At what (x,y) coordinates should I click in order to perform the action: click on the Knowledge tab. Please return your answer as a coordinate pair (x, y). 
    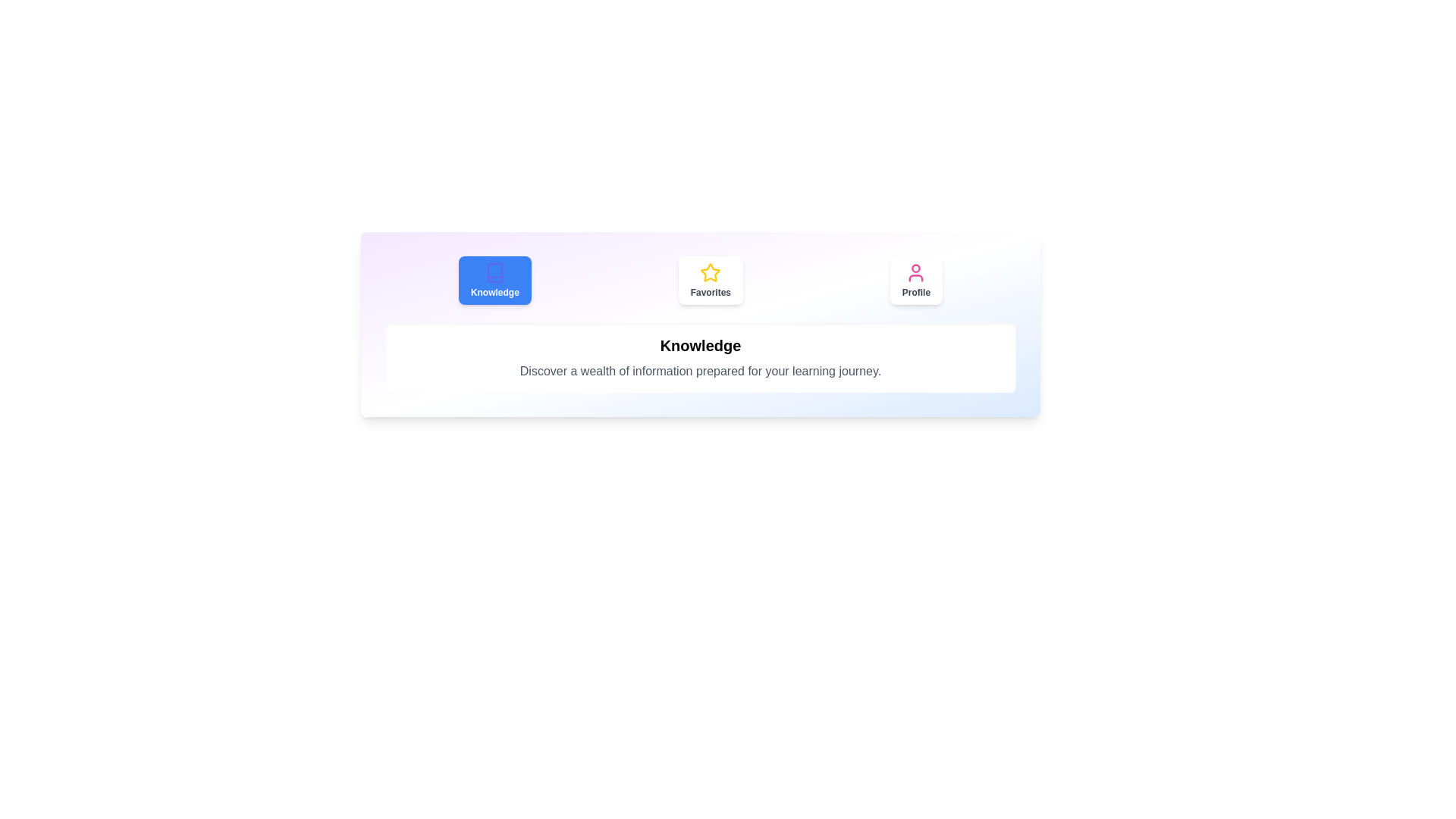
    Looking at the image, I should click on (494, 281).